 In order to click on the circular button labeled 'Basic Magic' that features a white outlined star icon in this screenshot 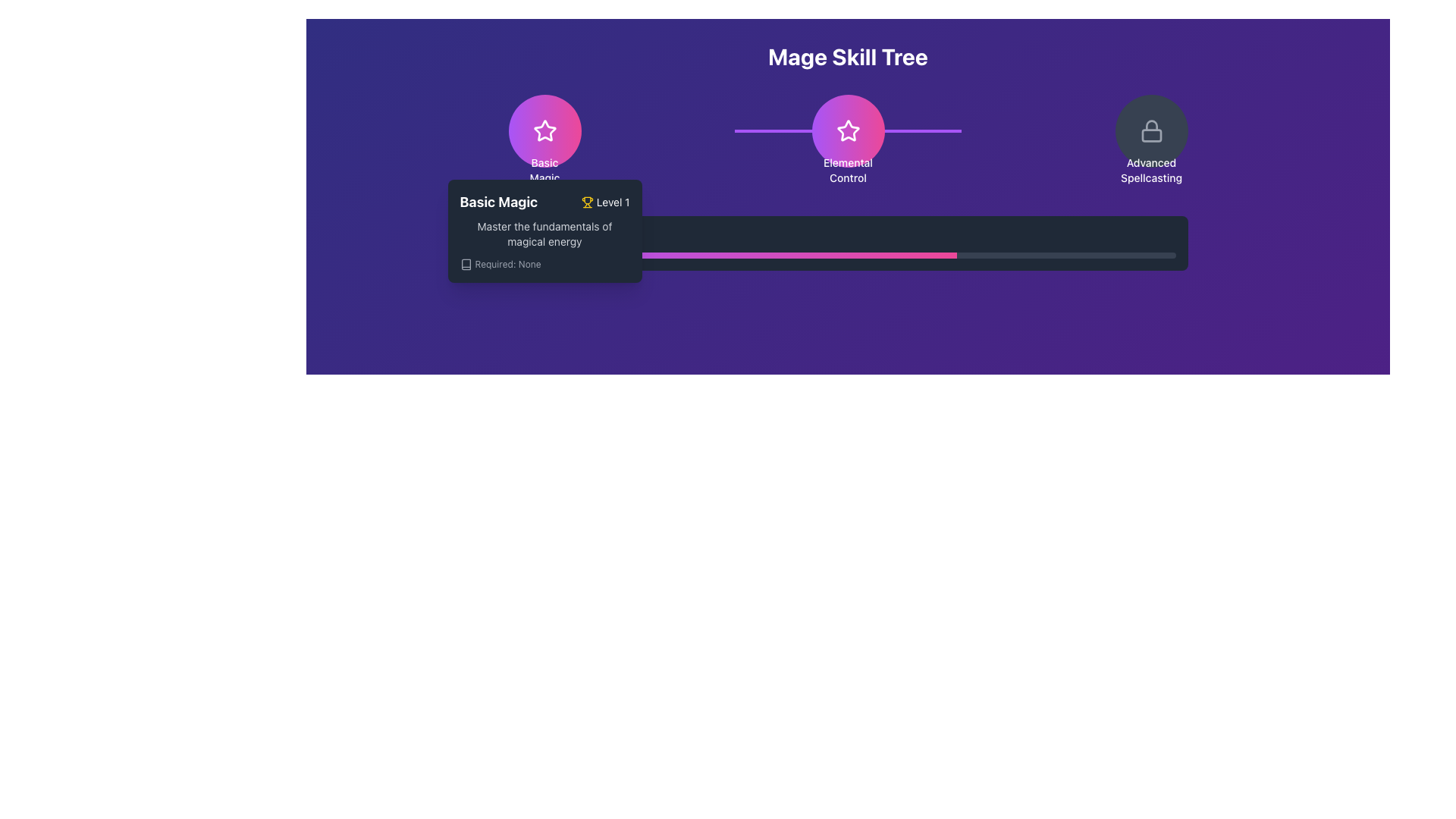, I will do `click(544, 130)`.